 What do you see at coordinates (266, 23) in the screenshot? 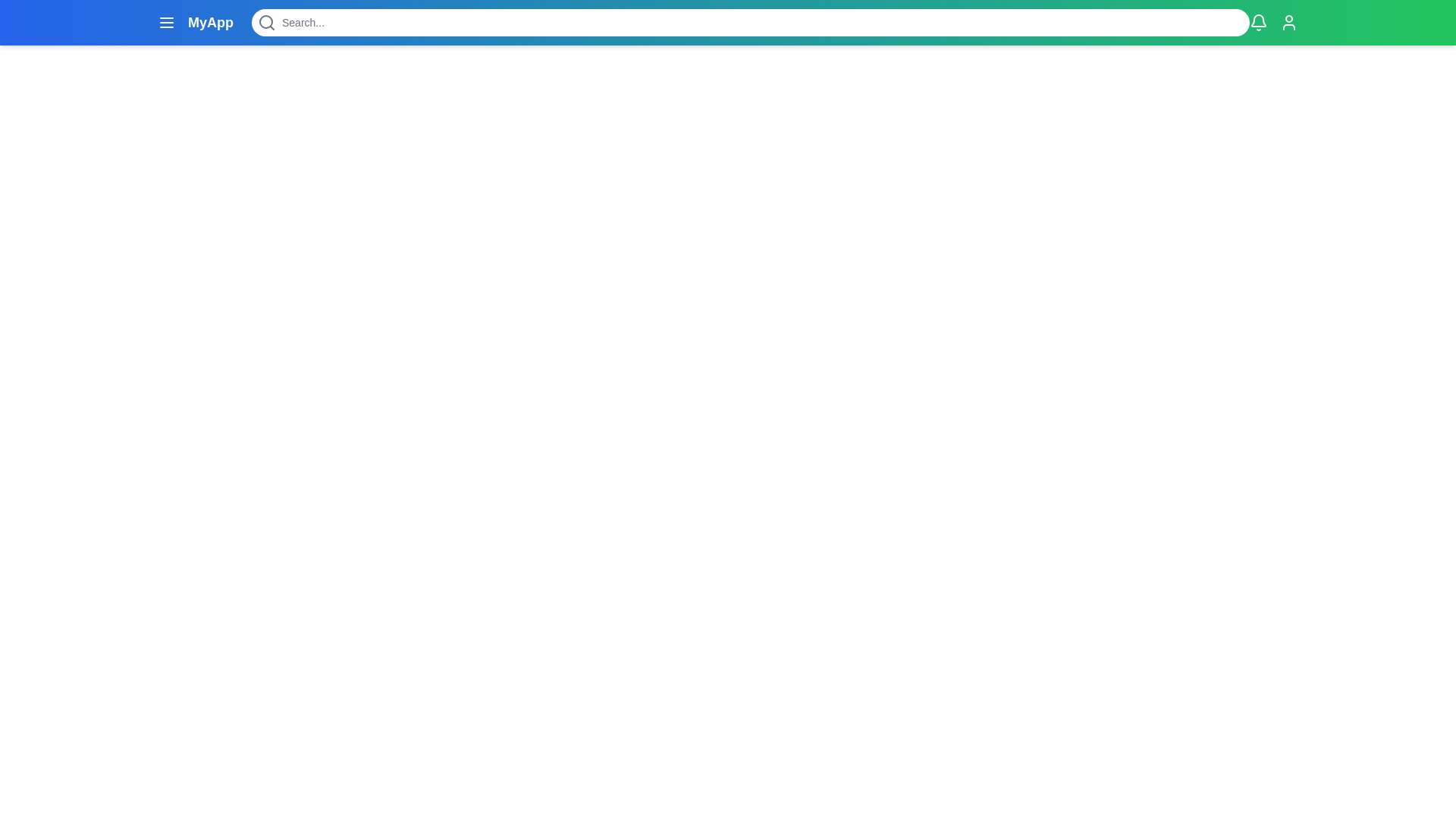
I see `the gray magnifying glass icon at the start of the search bar` at bounding box center [266, 23].